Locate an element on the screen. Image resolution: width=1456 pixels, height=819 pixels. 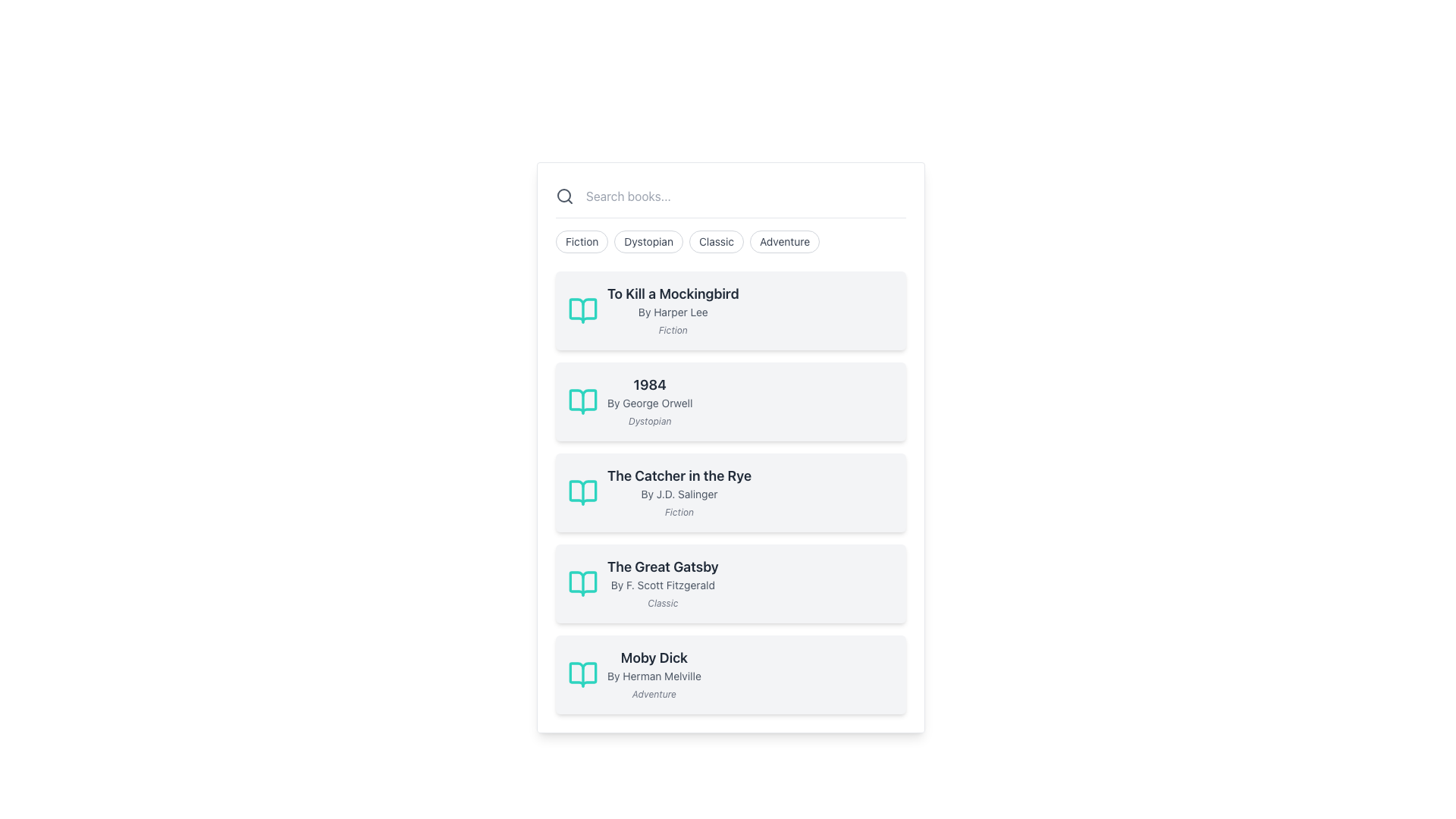
the italicized light gray label text reading 'Classic' located in the bottom-right corner of the book item 'The Great Gatsby' is located at coordinates (663, 602).